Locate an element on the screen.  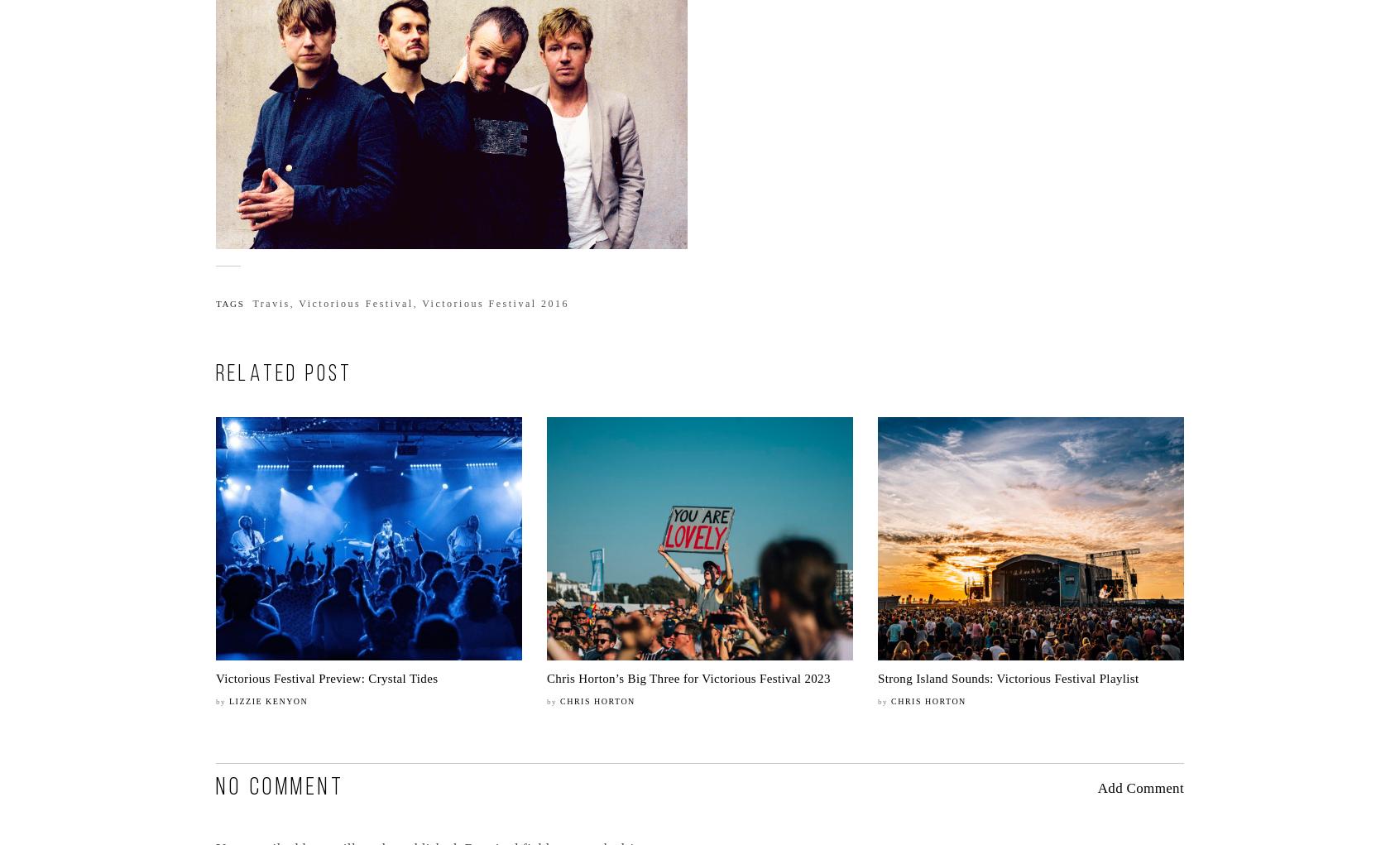
'Victorious Festival Preview: Crystal Tides' is located at coordinates (216, 677).